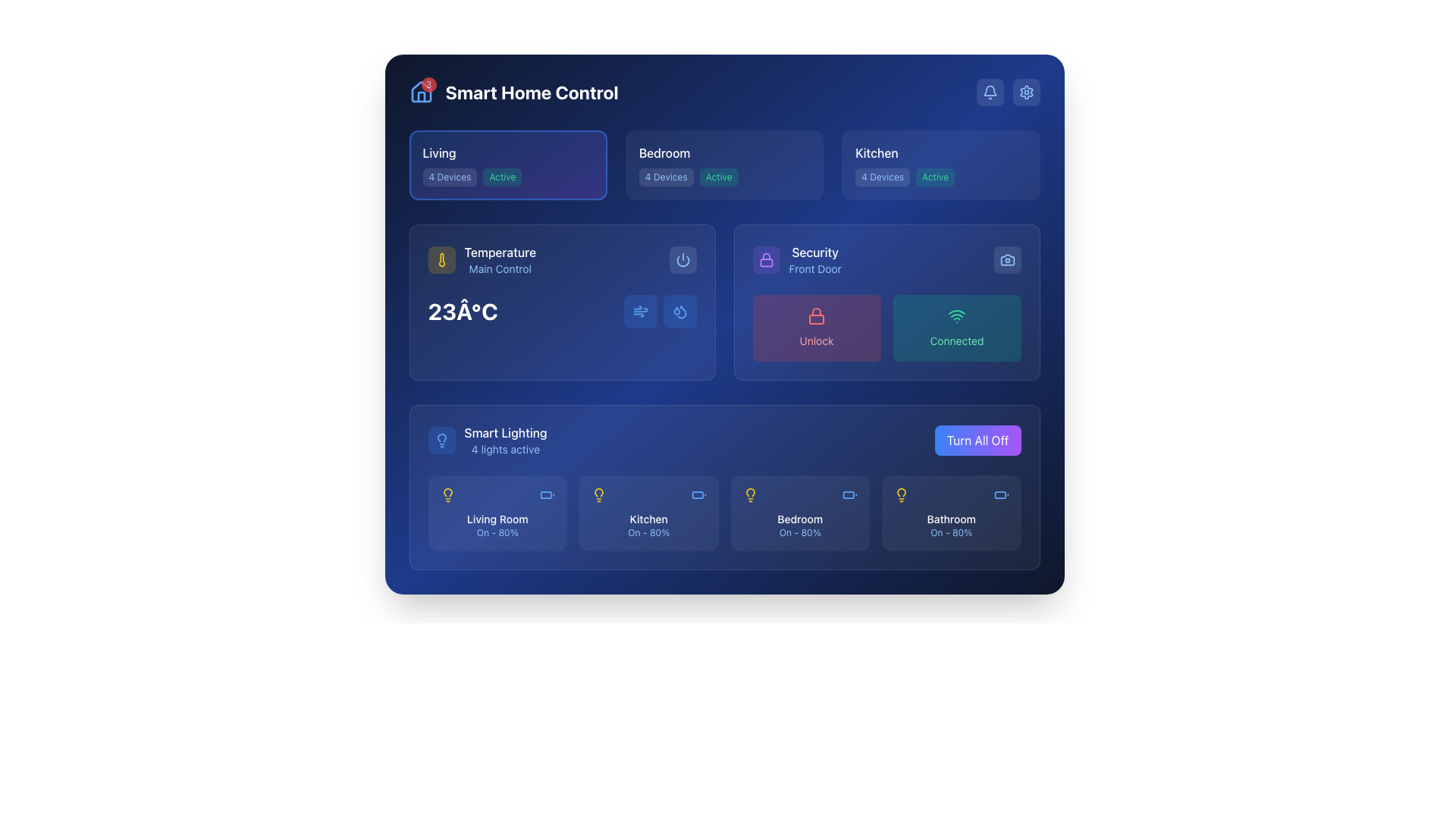 The height and width of the screenshot is (819, 1456). Describe the element at coordinates (815, 327) in the screenshot. I see `the security control button located on the left side of the pair of buttons in the security section to trigger a tooltip or visual feedback` at that location.